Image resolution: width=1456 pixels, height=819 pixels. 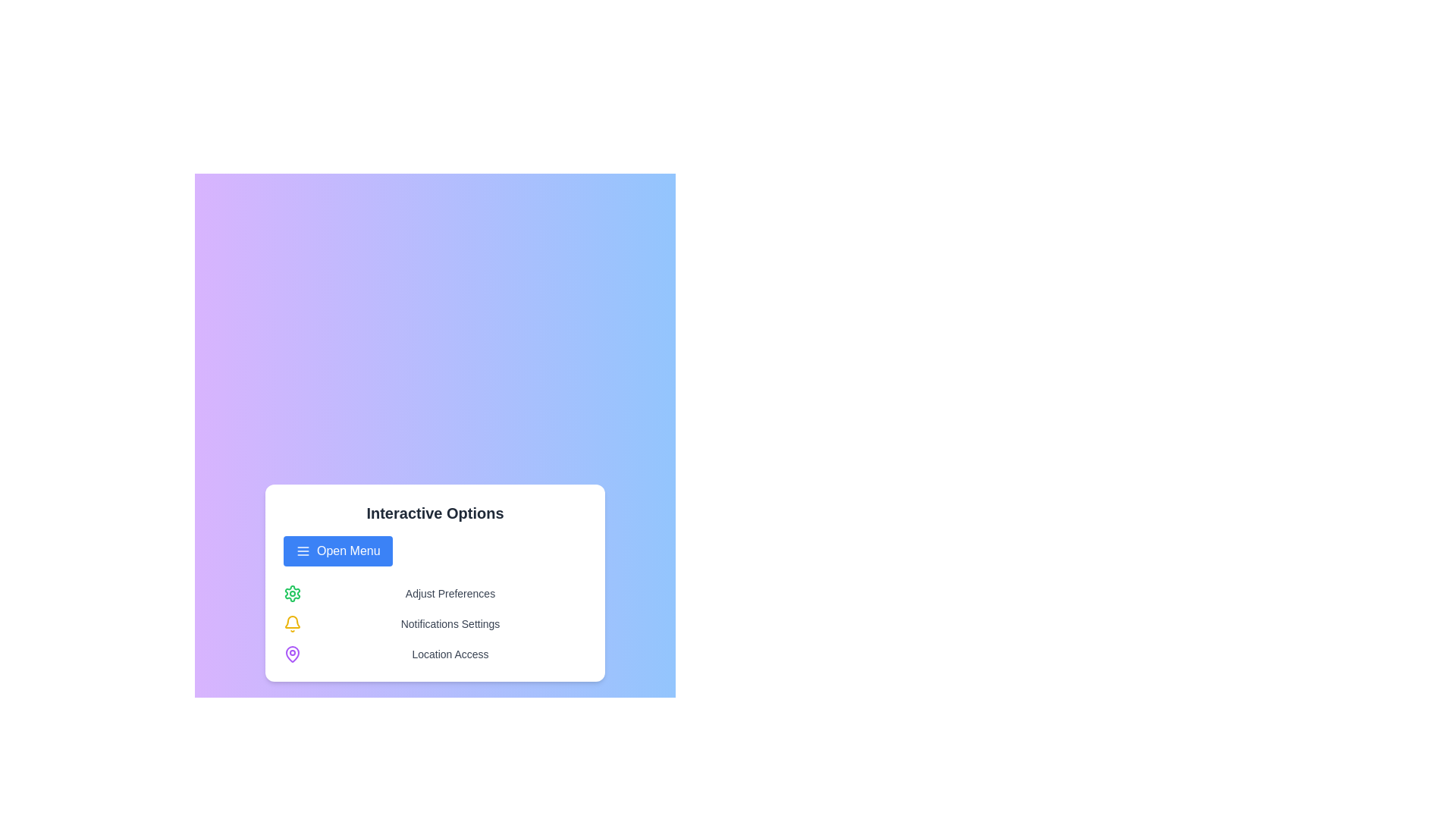 I want to click on the hamburger menu icon, which consists of three evenly spaced horizontal lines styled in black, located inside the 'Open Menu' button on the left side before the button's text label, so click(x=303, y=551).